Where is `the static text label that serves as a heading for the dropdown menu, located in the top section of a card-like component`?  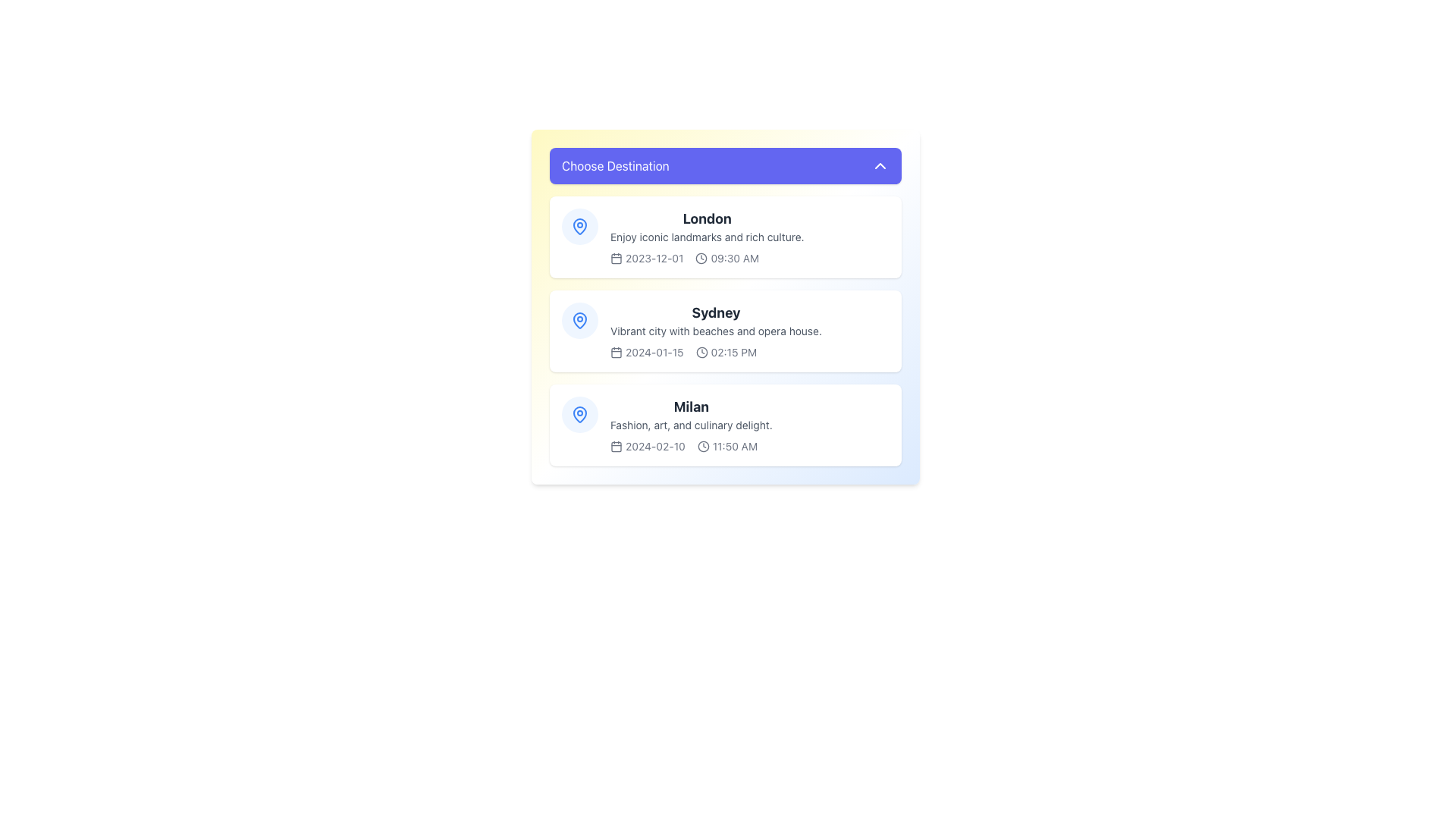
the static text label that serves as a heading for the dropdown menu, located in the top section of a card-like component is located at coordinates (615, 166).